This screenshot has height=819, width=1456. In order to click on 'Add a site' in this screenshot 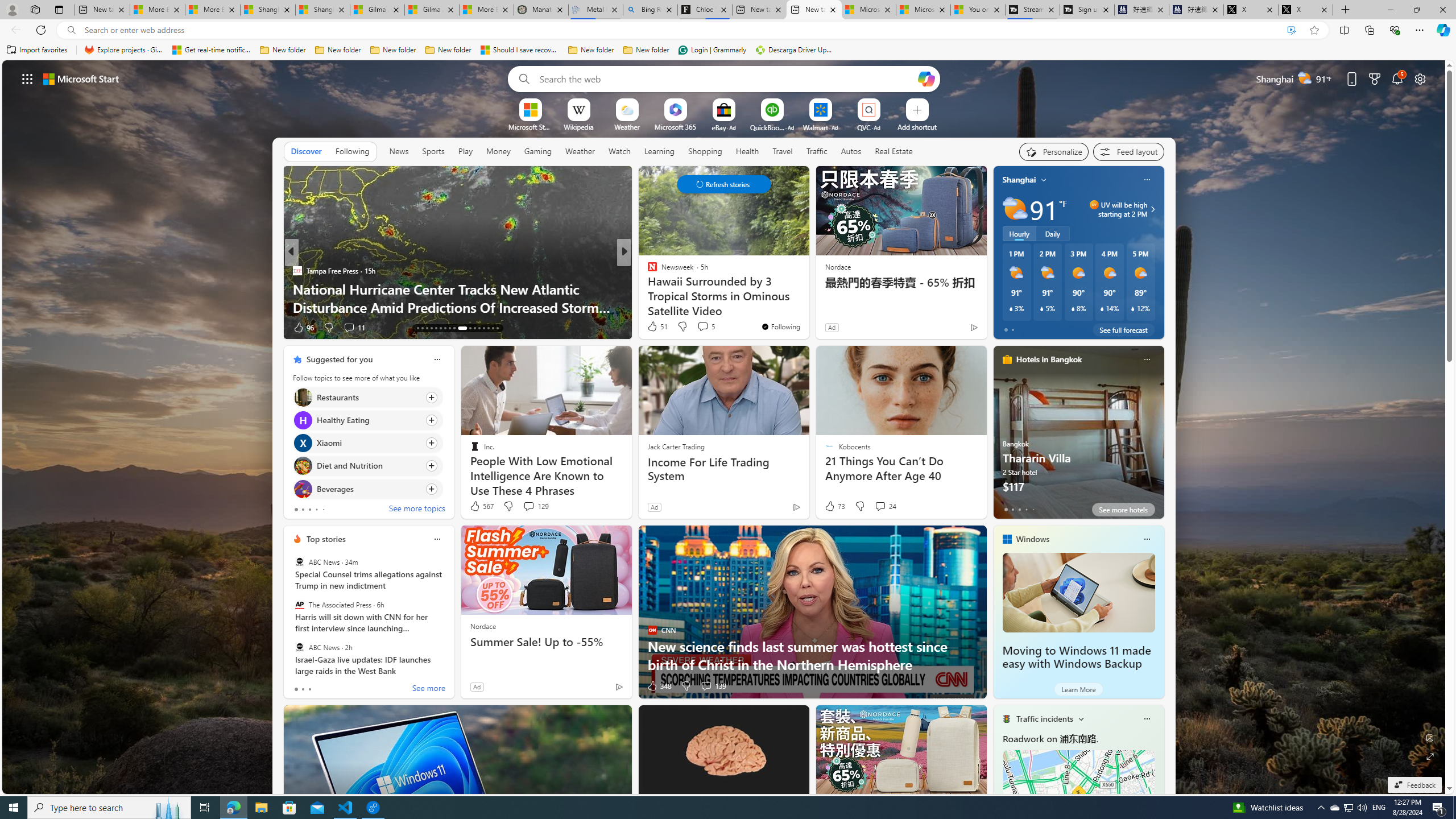, I will do `click(916, 126)`.